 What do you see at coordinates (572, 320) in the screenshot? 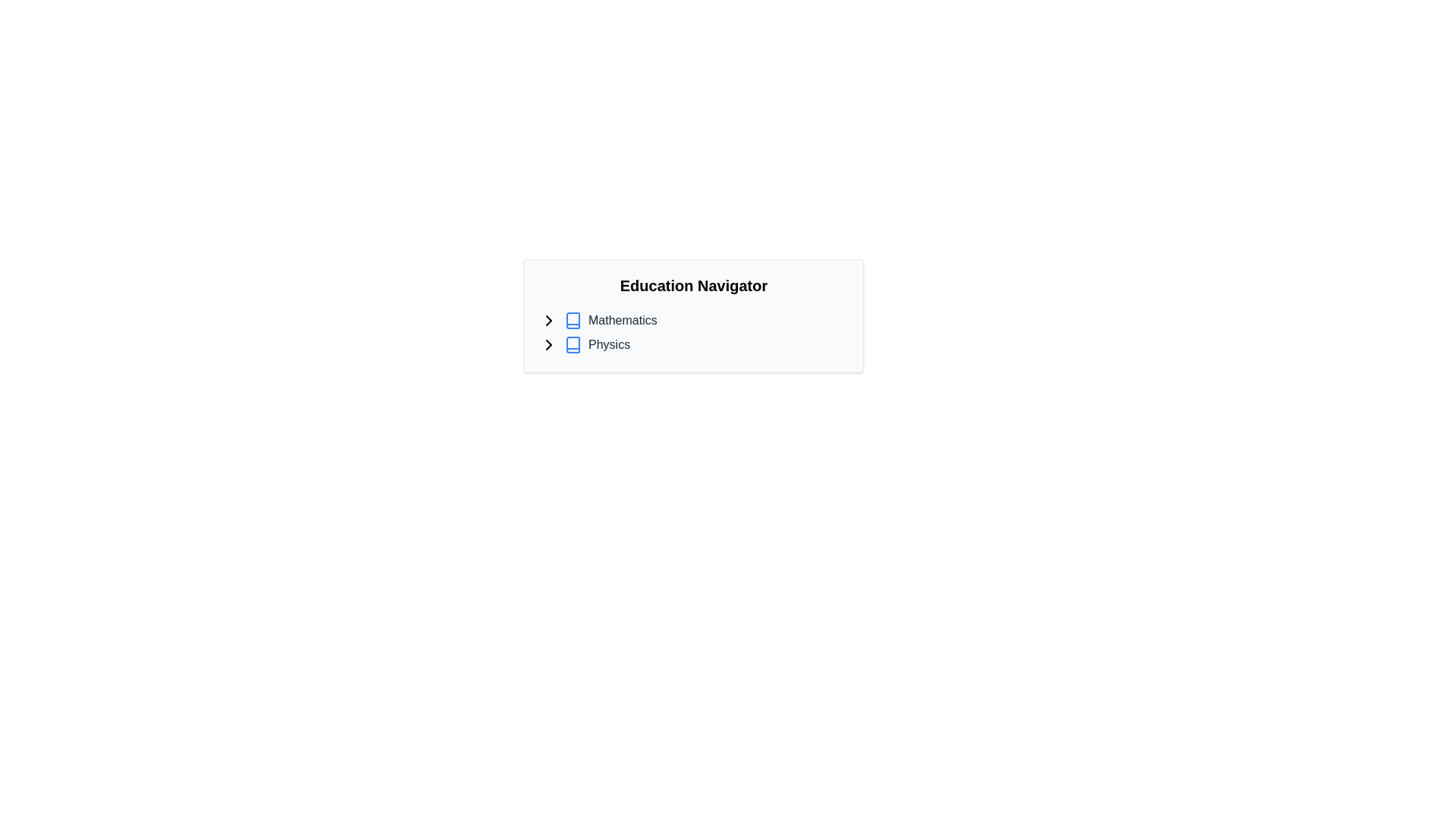
I see `the book icon element located to the left of the 'Mathematics' label in the vertical list` at bounding box center [572, 320].